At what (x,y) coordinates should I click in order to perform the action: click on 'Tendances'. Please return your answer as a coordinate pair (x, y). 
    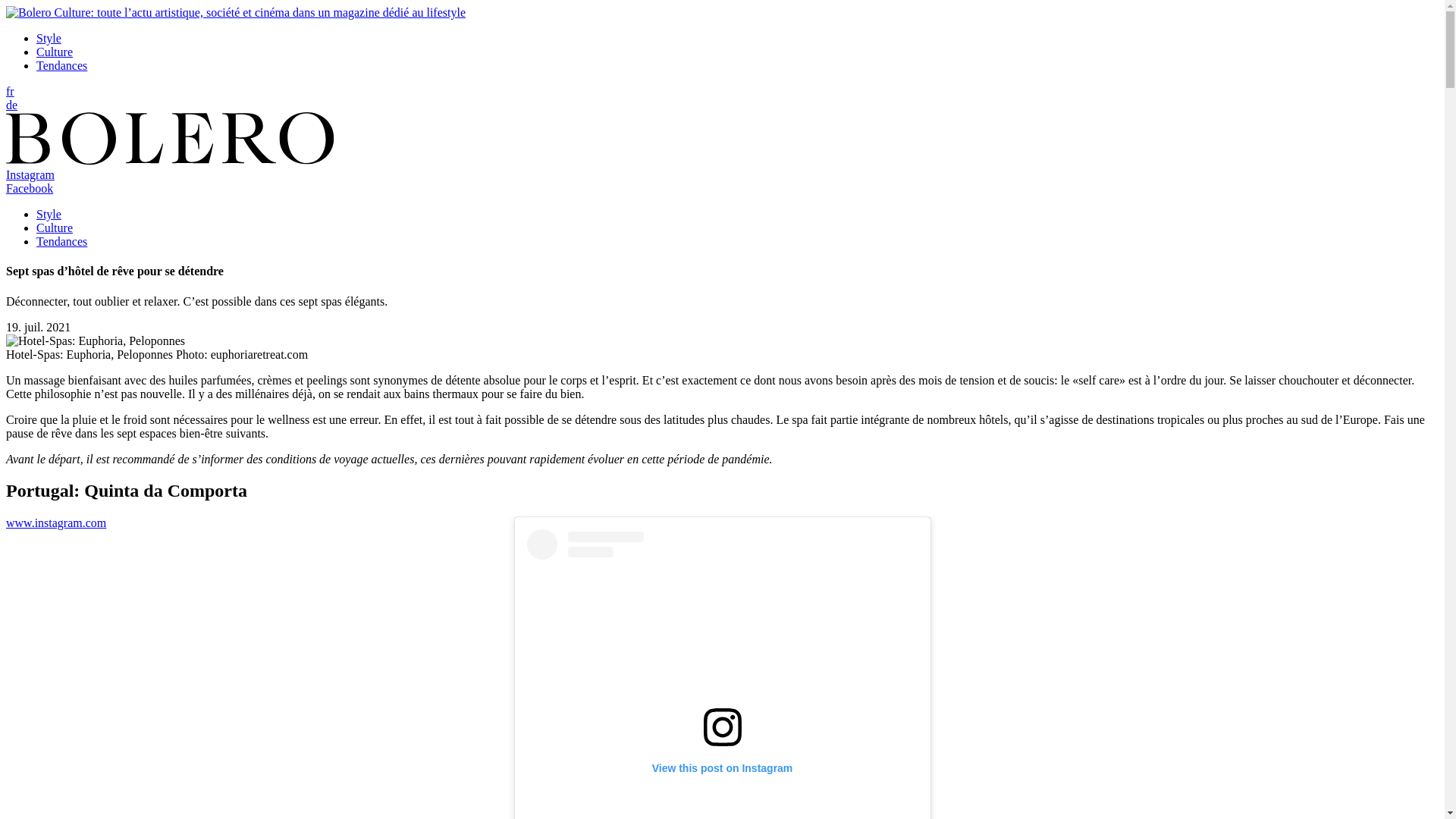
    Looking at the image, I should click on (61, 240).